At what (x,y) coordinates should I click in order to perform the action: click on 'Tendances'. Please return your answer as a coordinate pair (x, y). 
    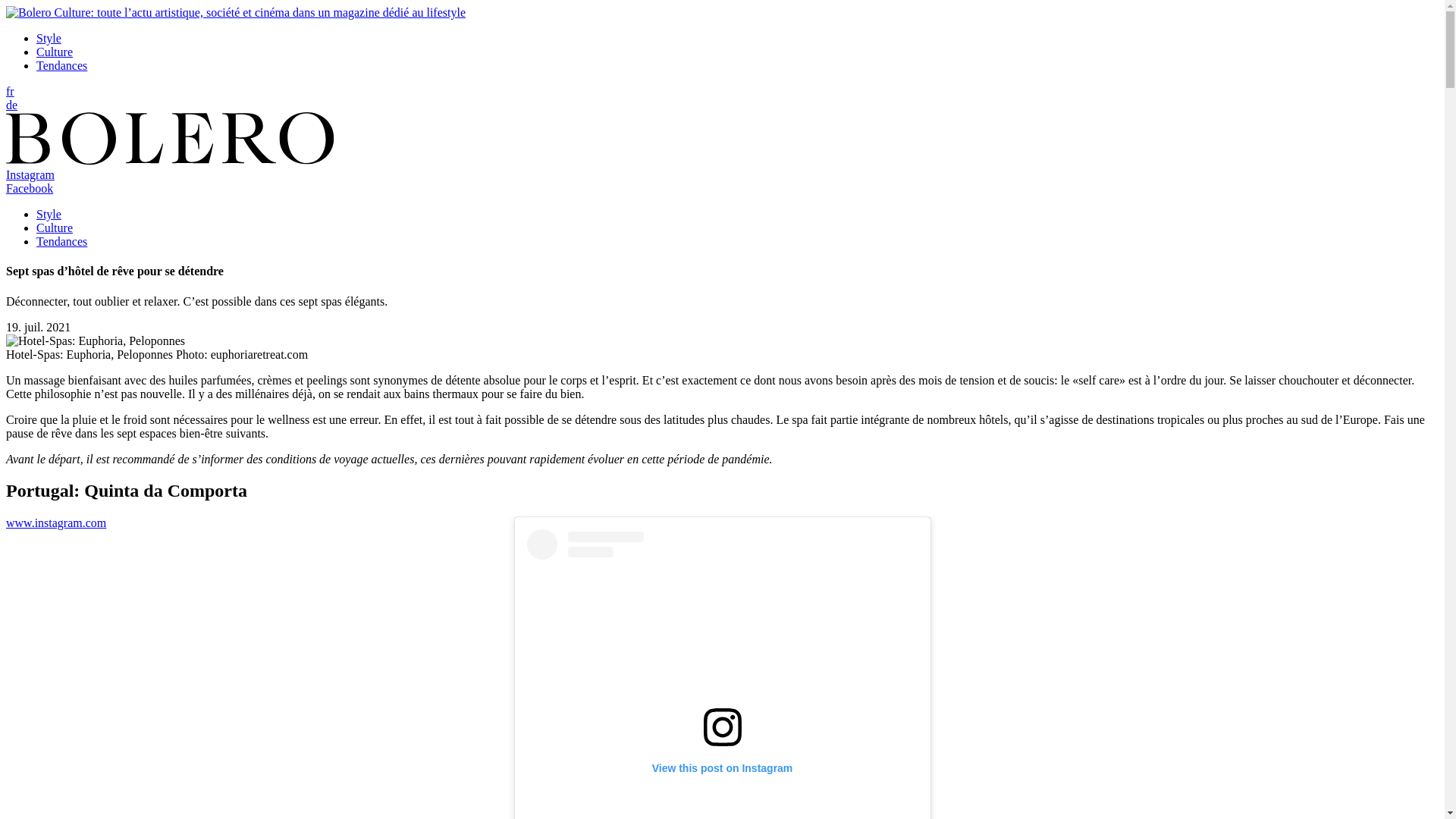
    Looking at the image, I should click on (61, 240).